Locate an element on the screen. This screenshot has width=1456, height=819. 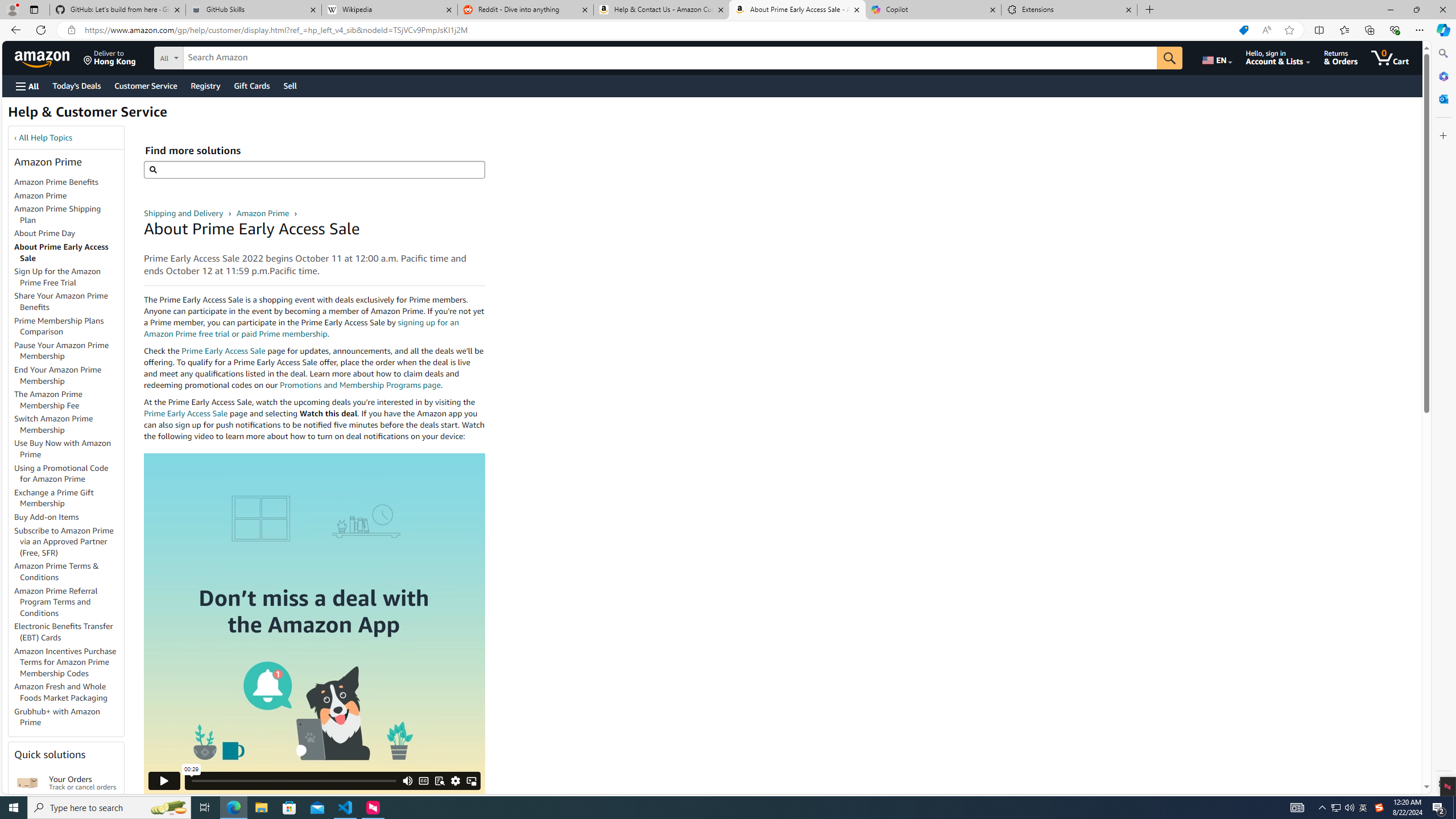
'The Amazon Prime Membership Fee' is located at coordinates (48, 399).